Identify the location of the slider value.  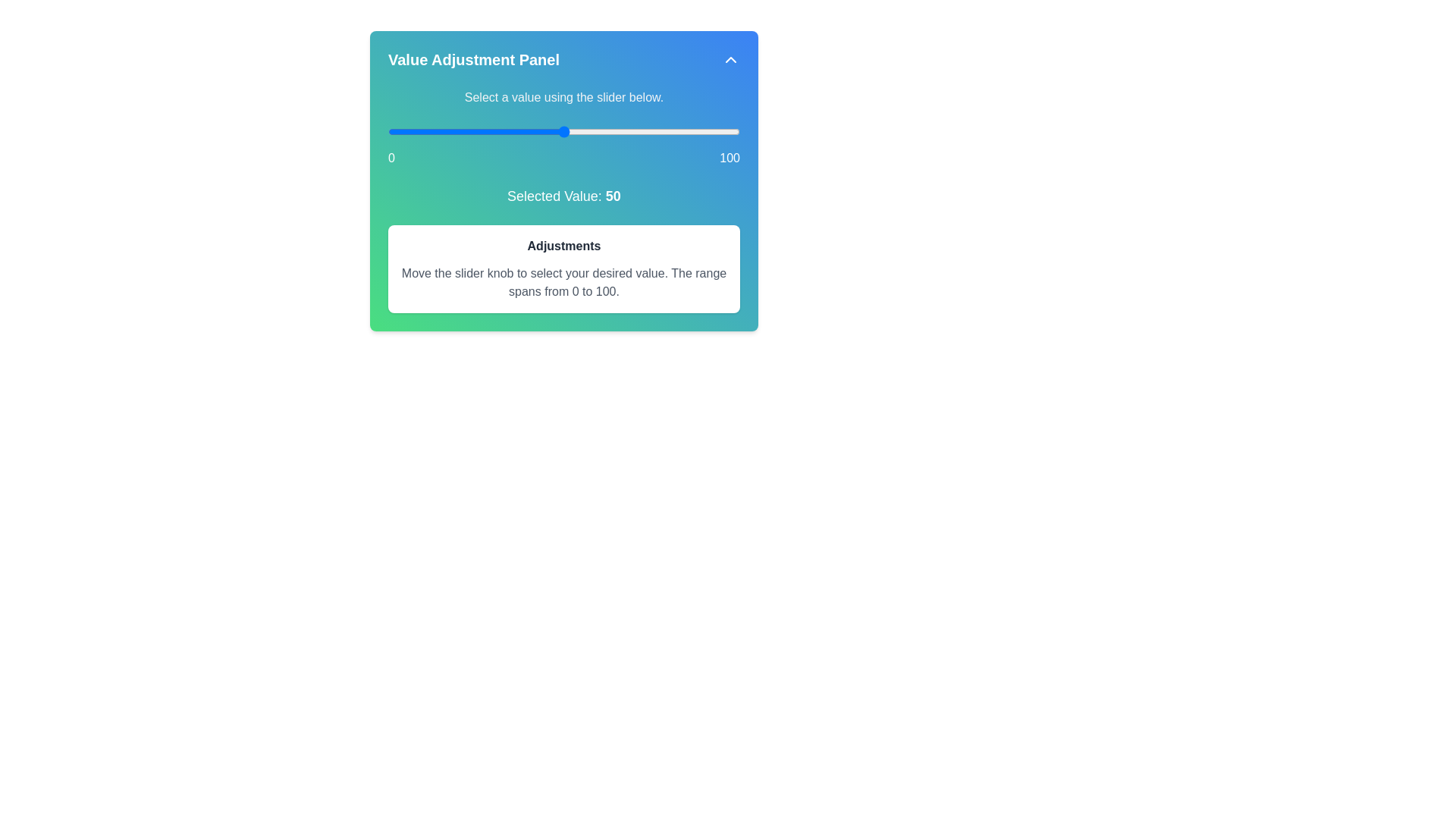
(605, 130).